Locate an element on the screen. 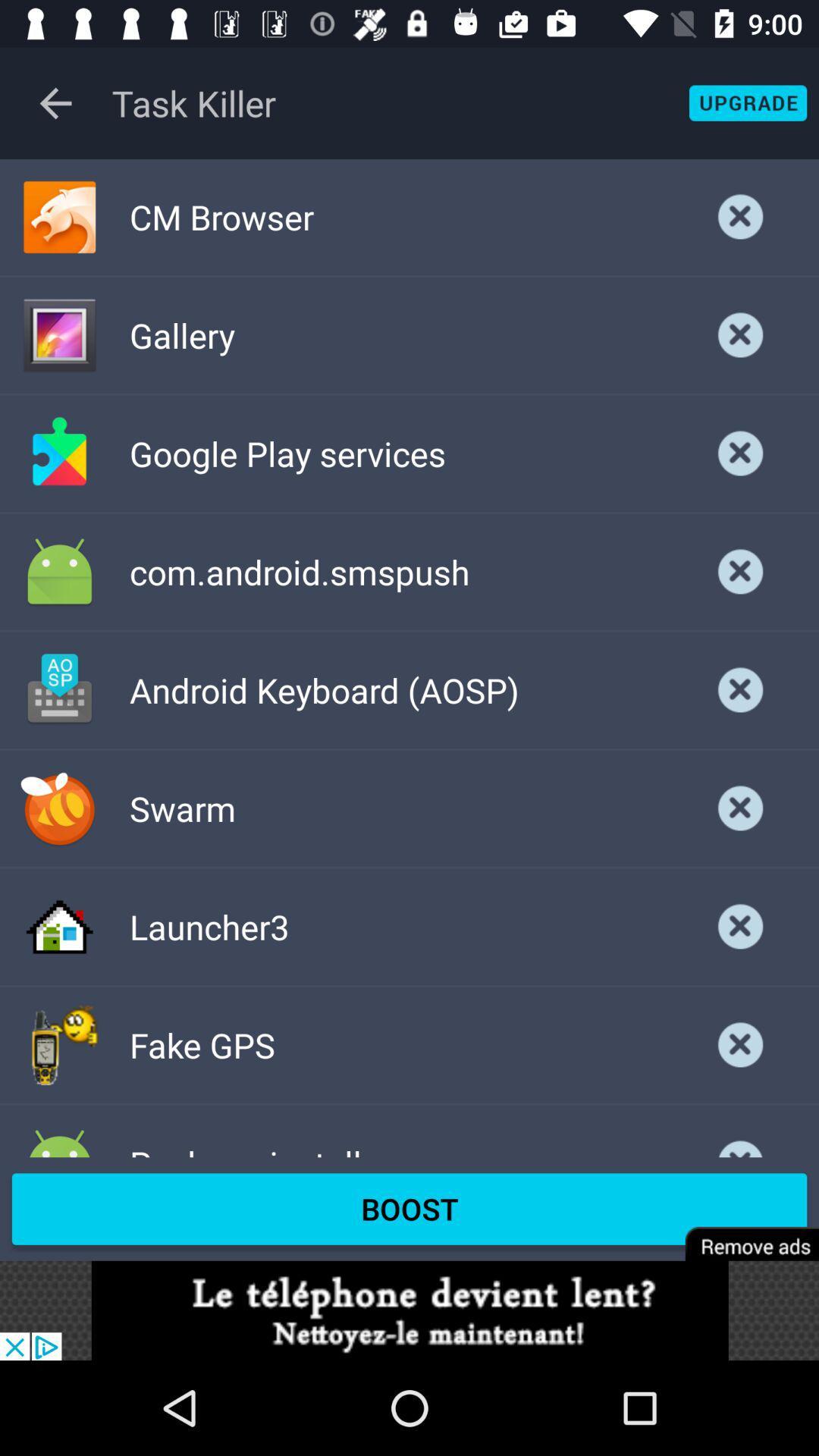 The image size is (819, 1456). the option is located at coordinates (740, 216).